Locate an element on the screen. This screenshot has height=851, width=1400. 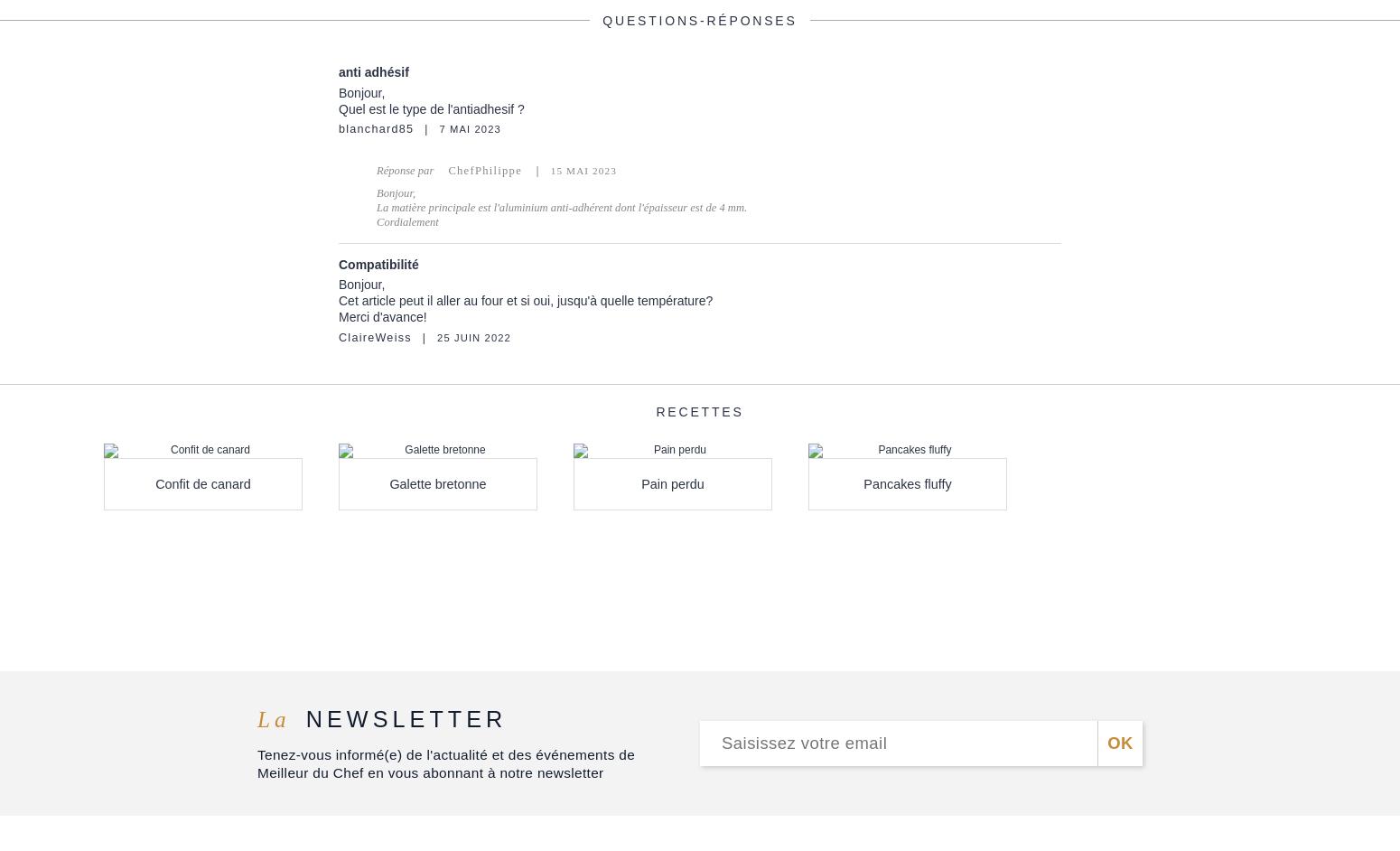
'Merci d'avance!' is located at coordinates (382, 315).